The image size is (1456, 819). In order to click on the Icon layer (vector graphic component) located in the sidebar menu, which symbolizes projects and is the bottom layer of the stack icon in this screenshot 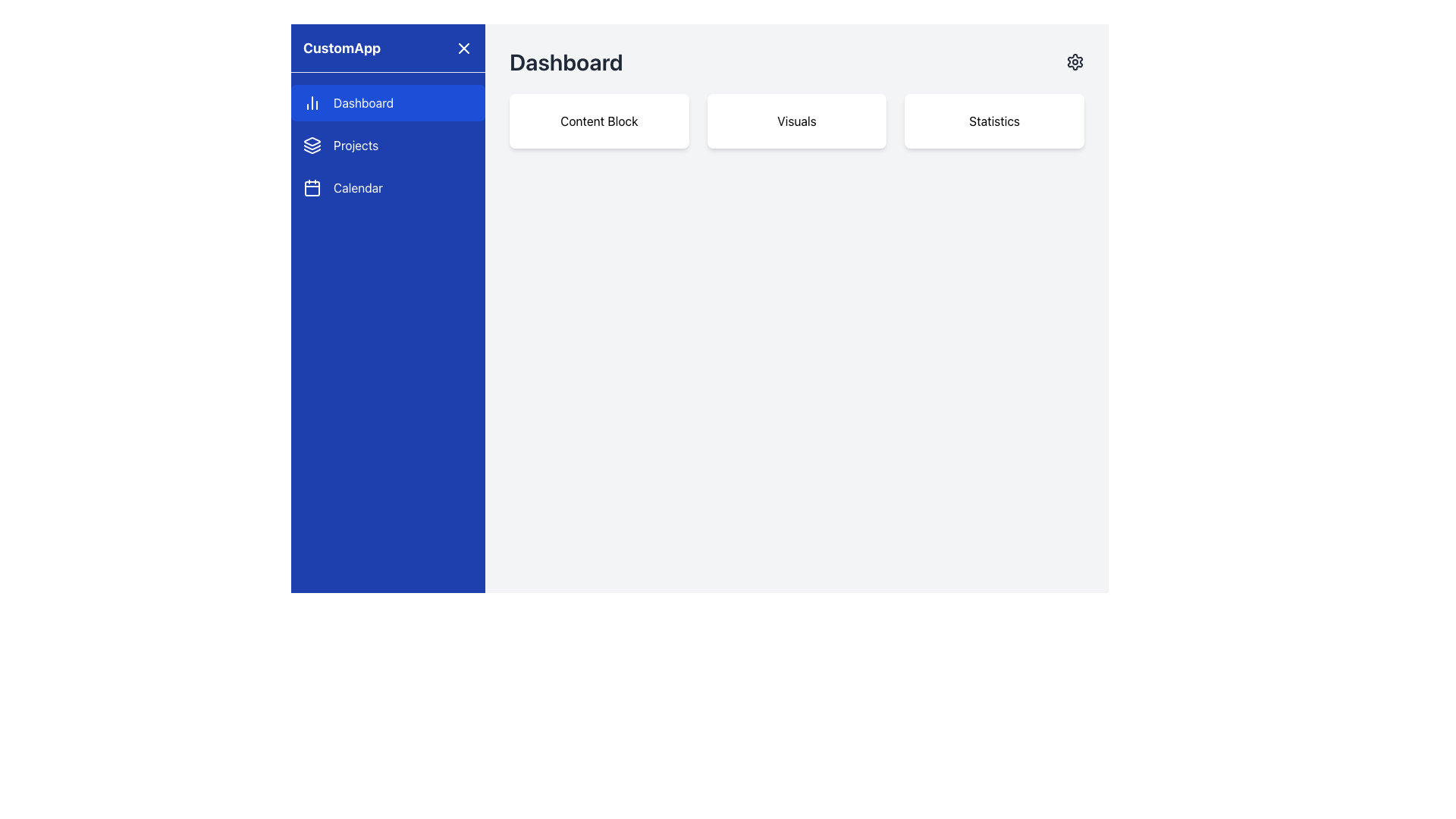, I will do `click(312, 151)`.